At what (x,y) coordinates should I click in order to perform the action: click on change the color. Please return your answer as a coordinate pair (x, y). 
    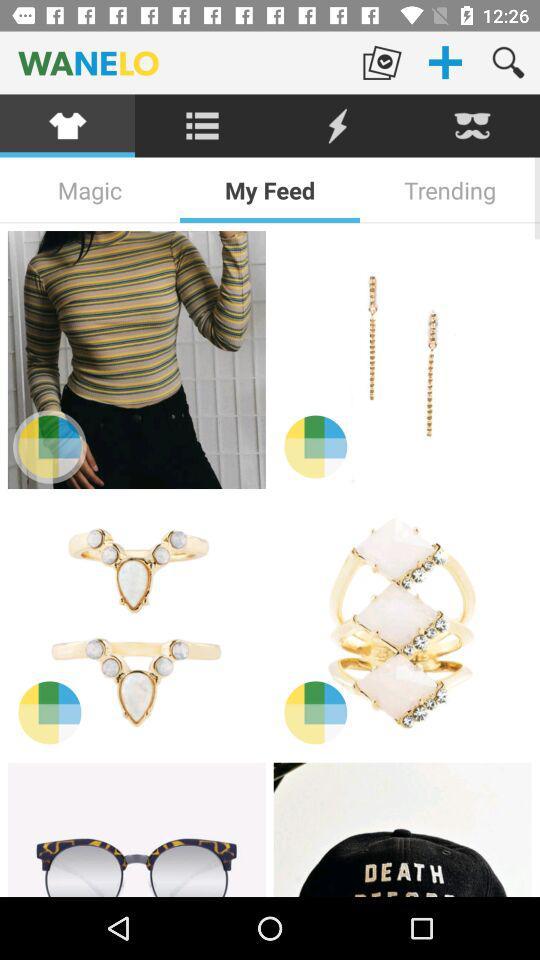
    Looking at the image, I should click on (49, 446).